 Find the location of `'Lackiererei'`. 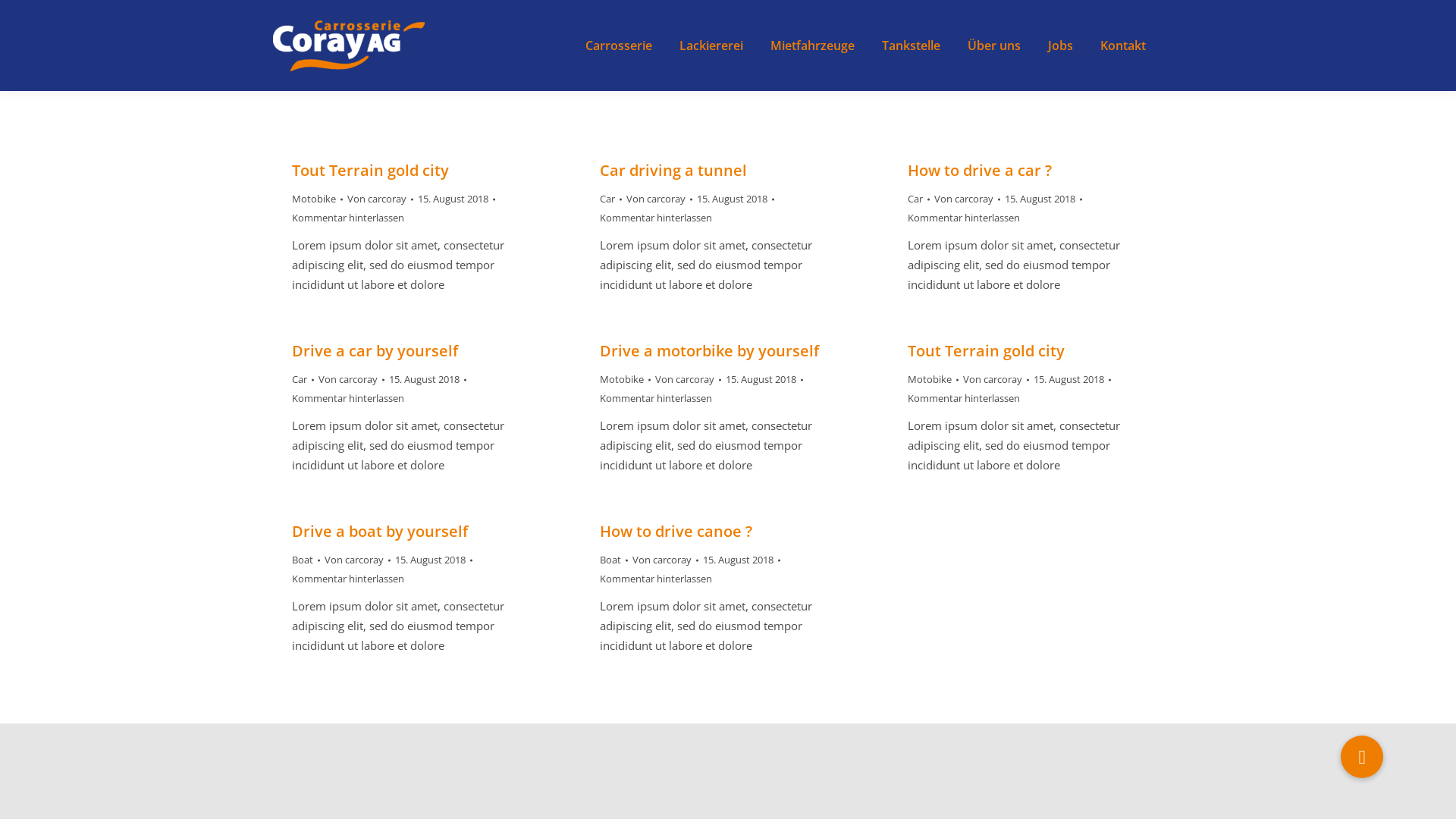

'Lackiererei' is located at coordinates (710, 45).